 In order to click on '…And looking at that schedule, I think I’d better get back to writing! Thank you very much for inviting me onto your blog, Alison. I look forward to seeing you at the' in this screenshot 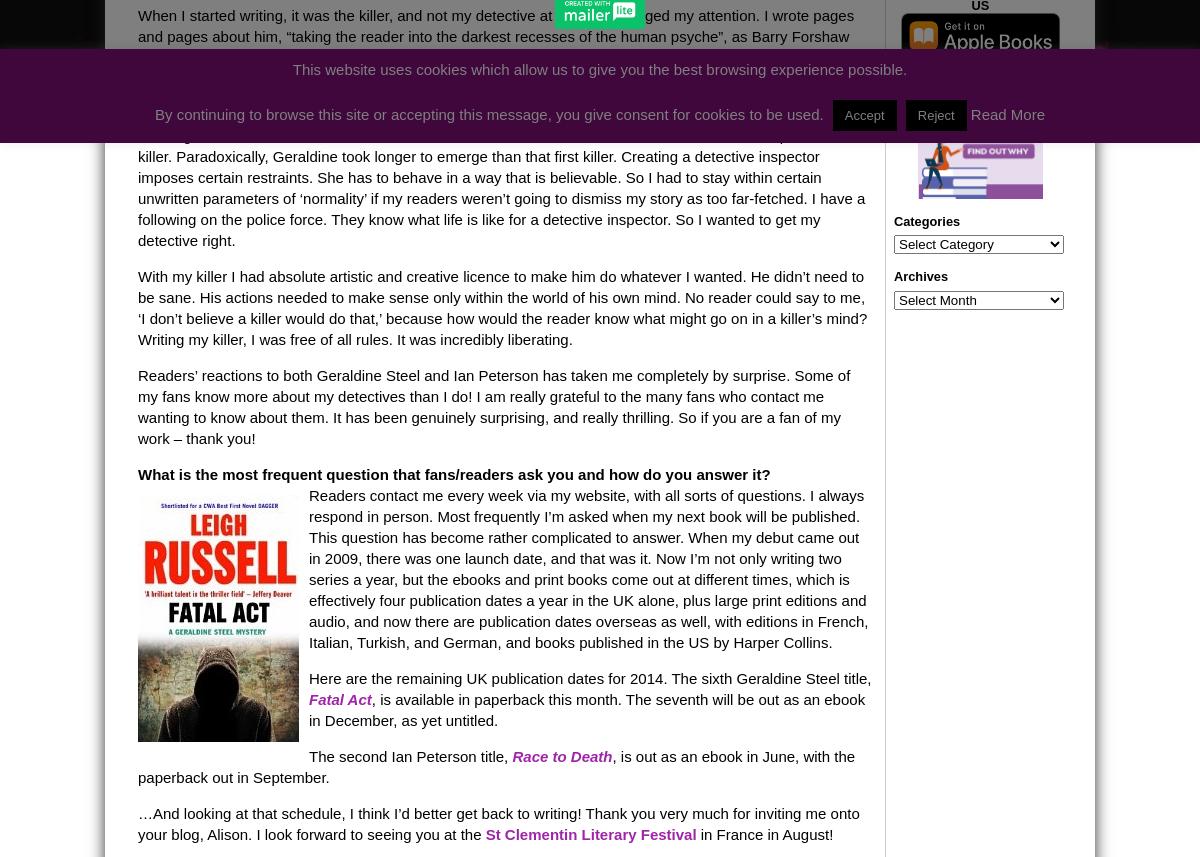, I will do `click(497, 821)`.